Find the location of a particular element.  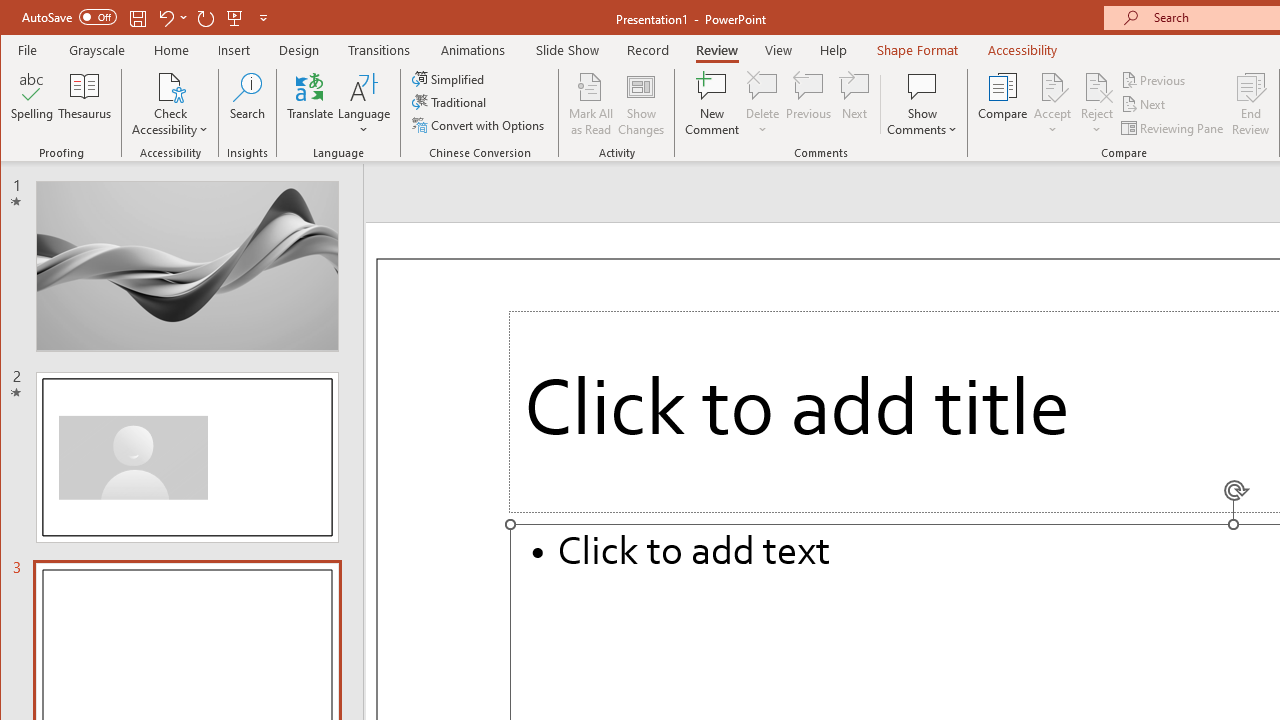

'Compare' is located at coordinates (1002, 104).